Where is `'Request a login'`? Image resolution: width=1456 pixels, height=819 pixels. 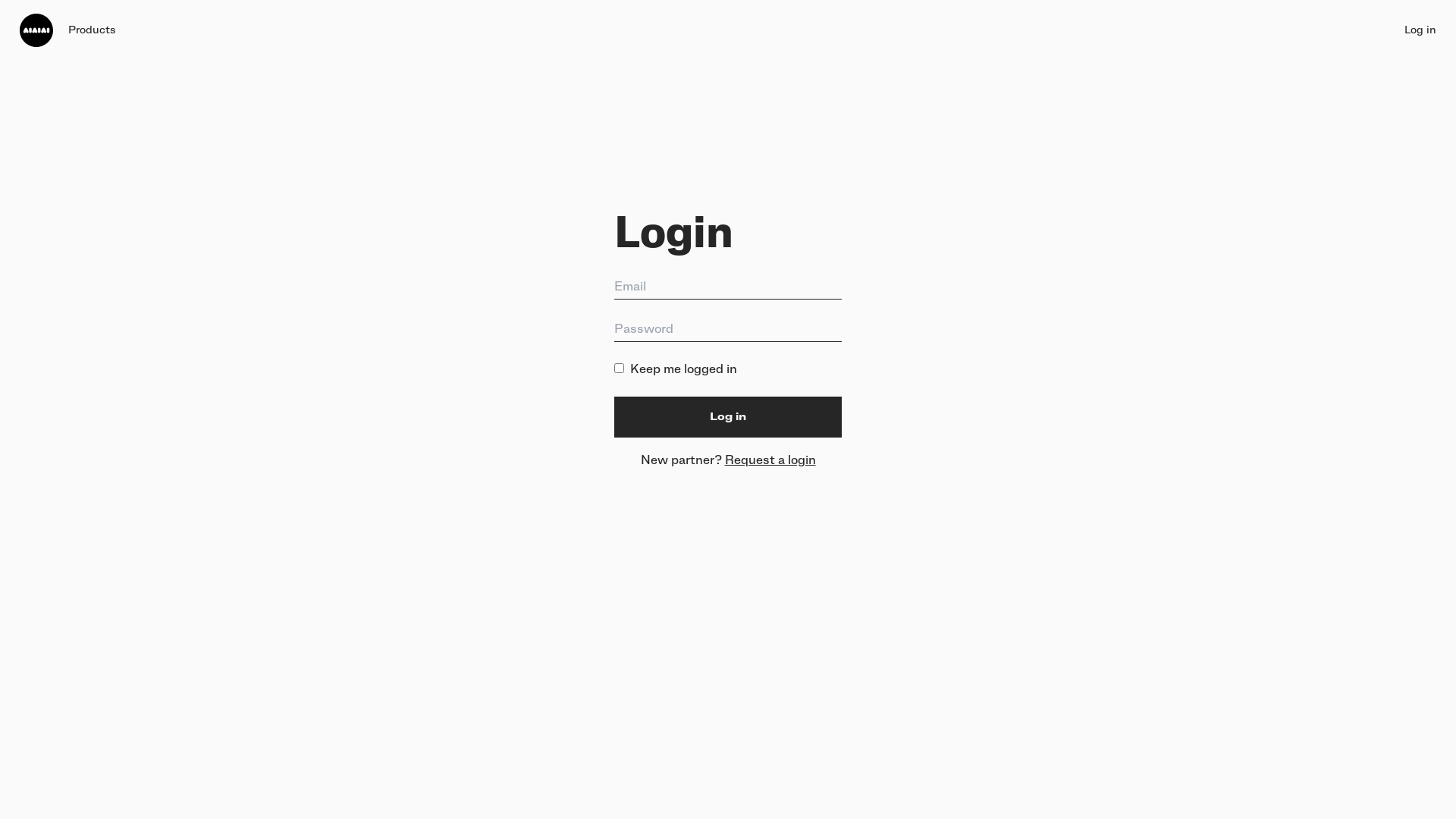 'Request a login' is located at coordinates (723, 459).